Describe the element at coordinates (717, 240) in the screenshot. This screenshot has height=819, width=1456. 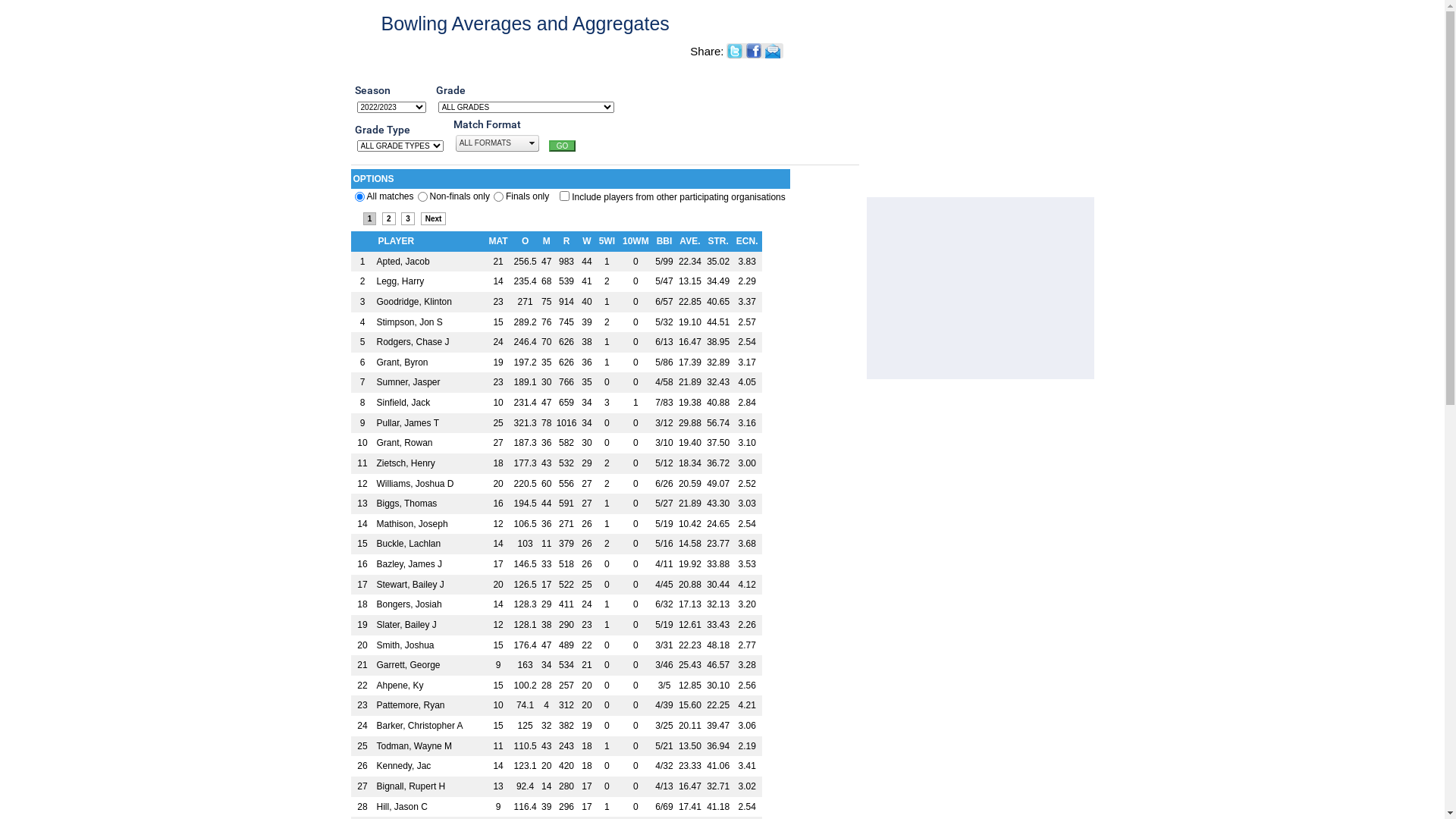
I see `'STR.'` at that location.